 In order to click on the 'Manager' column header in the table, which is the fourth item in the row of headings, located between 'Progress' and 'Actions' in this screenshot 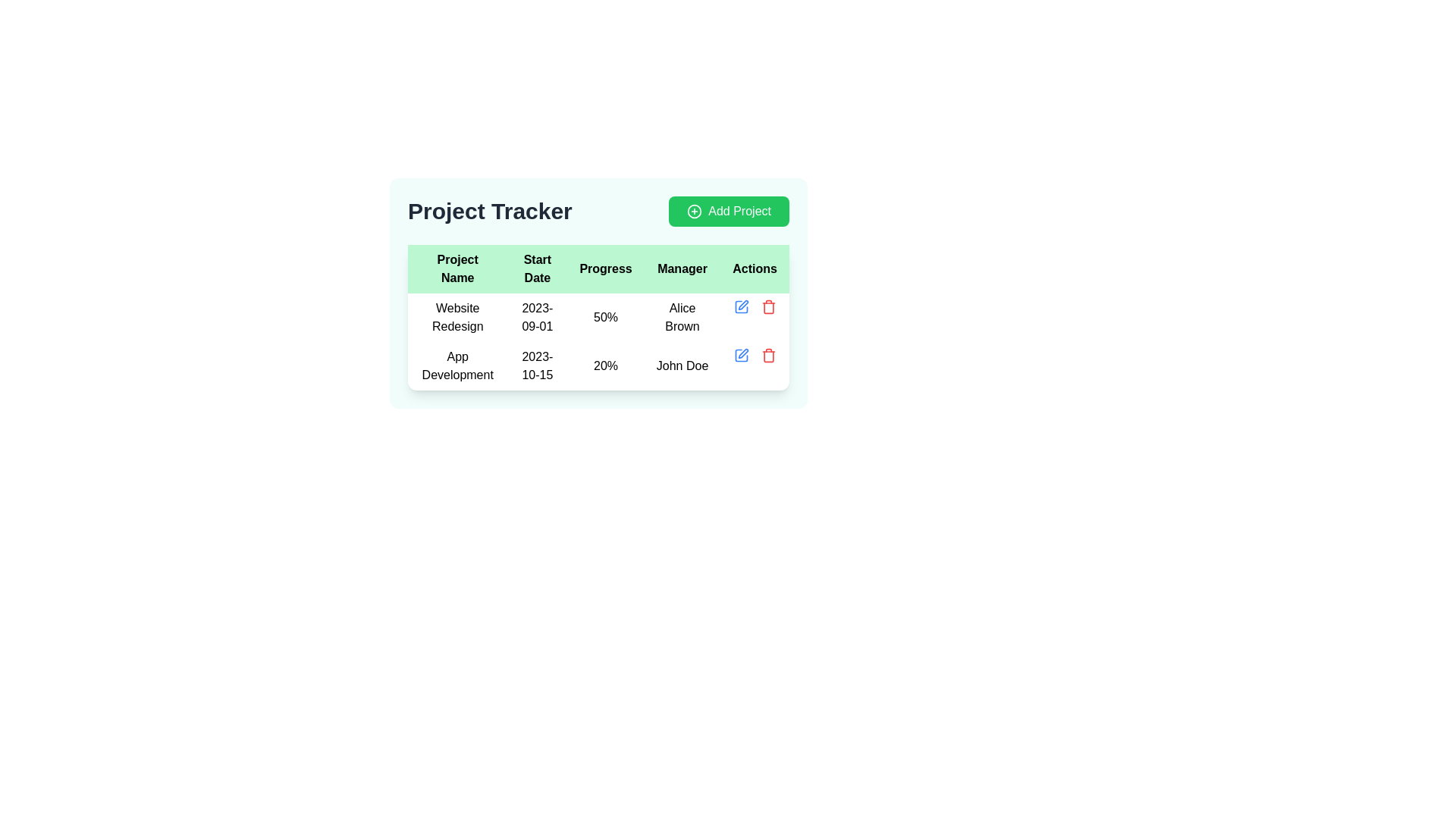, I will do `click(682, 268)`.